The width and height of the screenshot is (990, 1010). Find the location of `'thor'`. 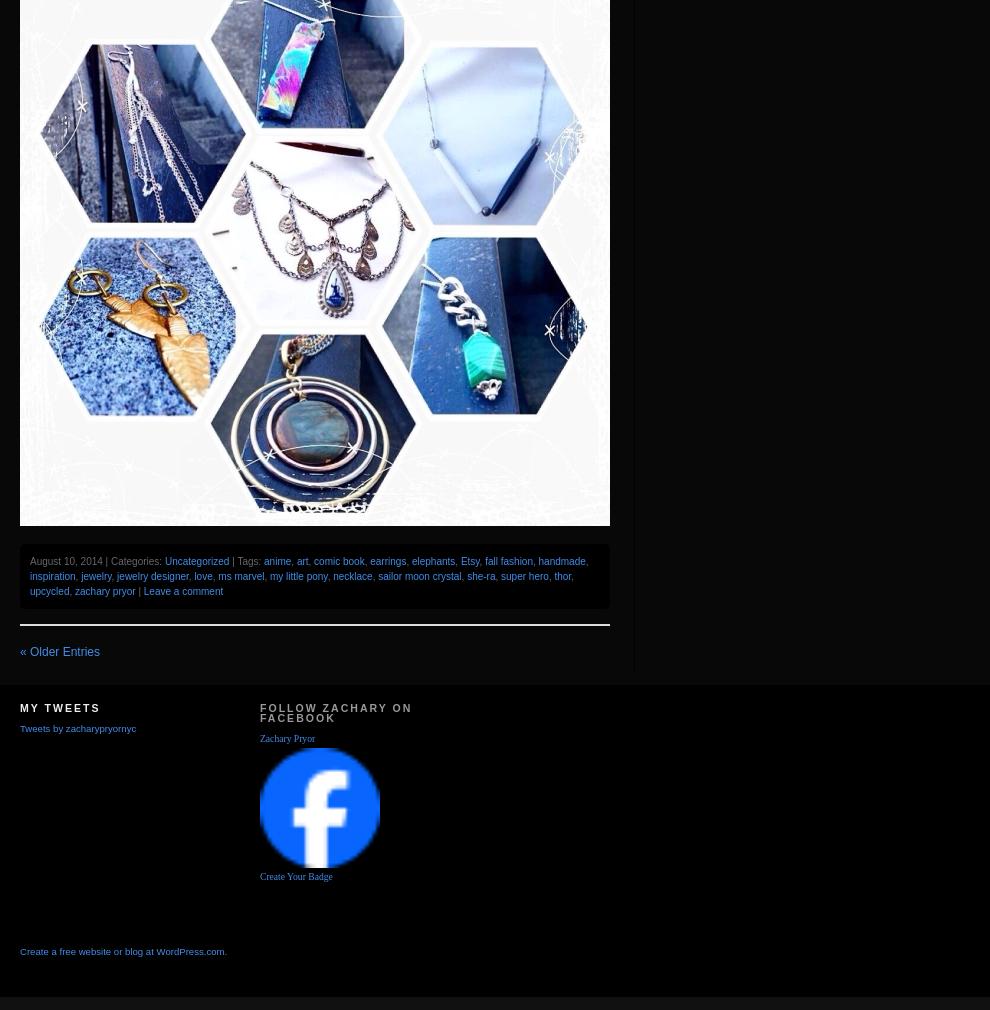

'thor' is located at coordinates (562, 575).